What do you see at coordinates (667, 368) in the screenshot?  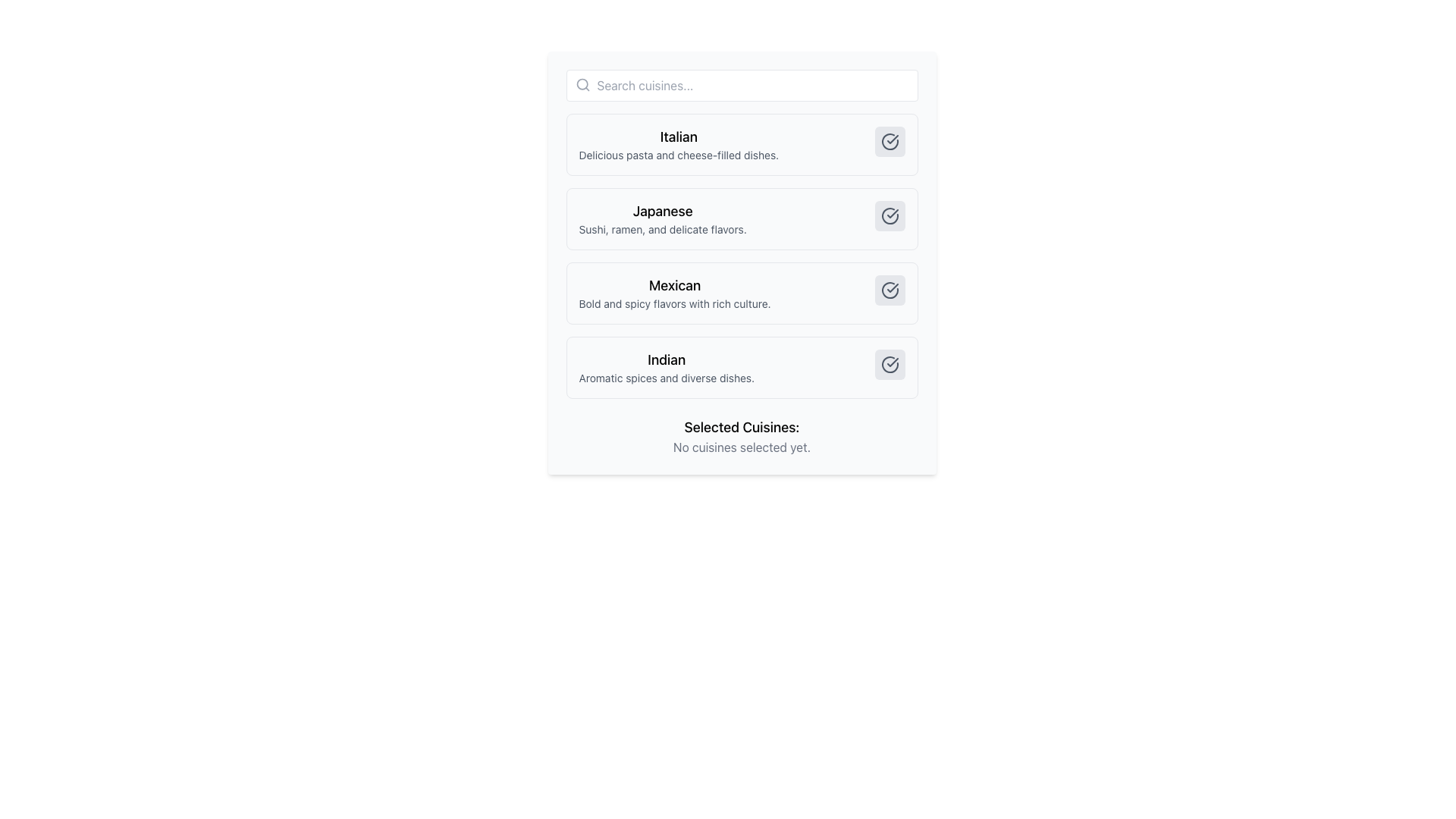 I see `the label displaying 'Indian' with the description 'Aromatic spices and diverse dishes.'` at bounding box center [667, 368].